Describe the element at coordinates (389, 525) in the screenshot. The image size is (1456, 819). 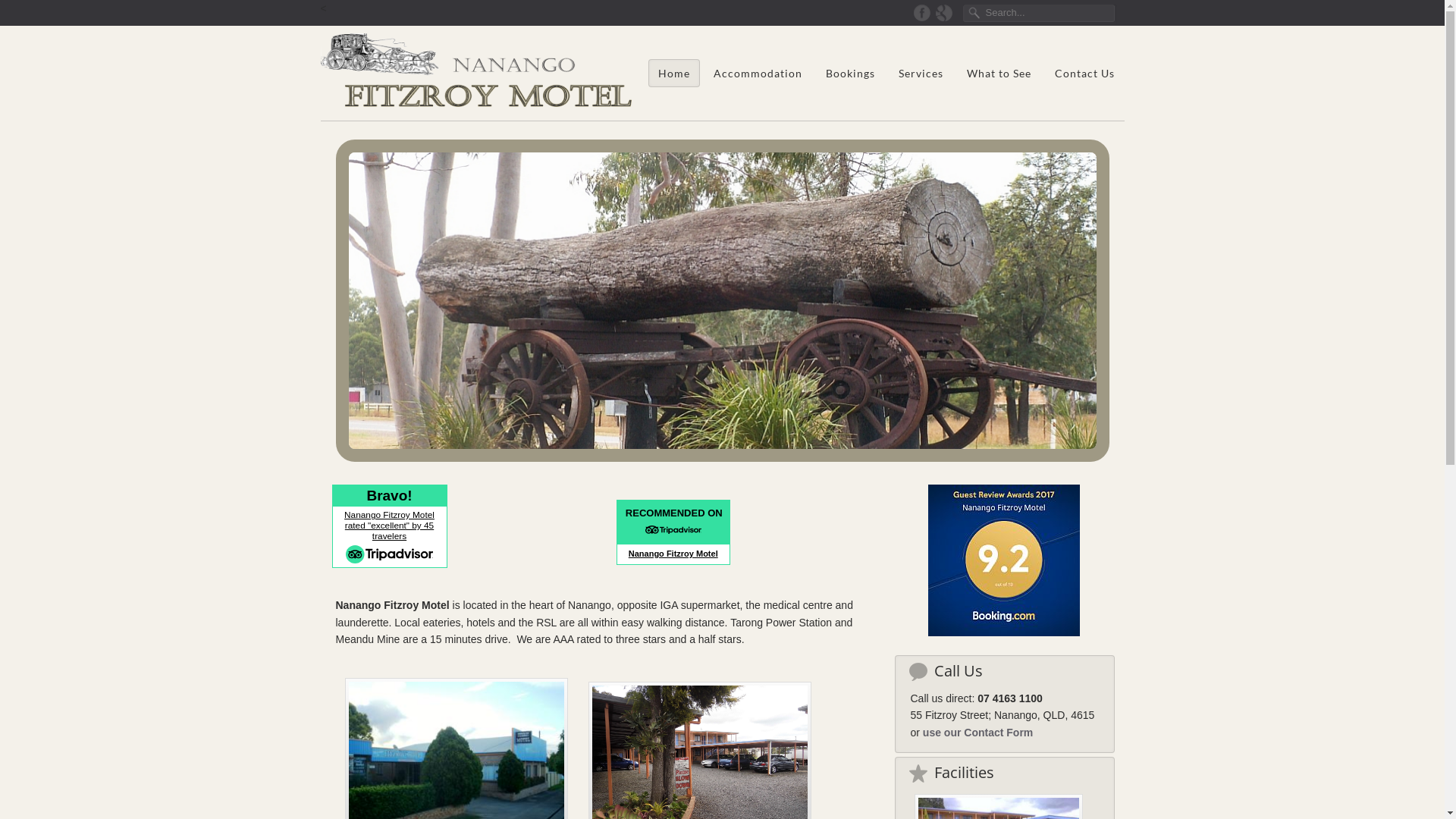
I see `'Nanango Fitzroy Motel rated "excellent" by 45 travelers'` at that location.